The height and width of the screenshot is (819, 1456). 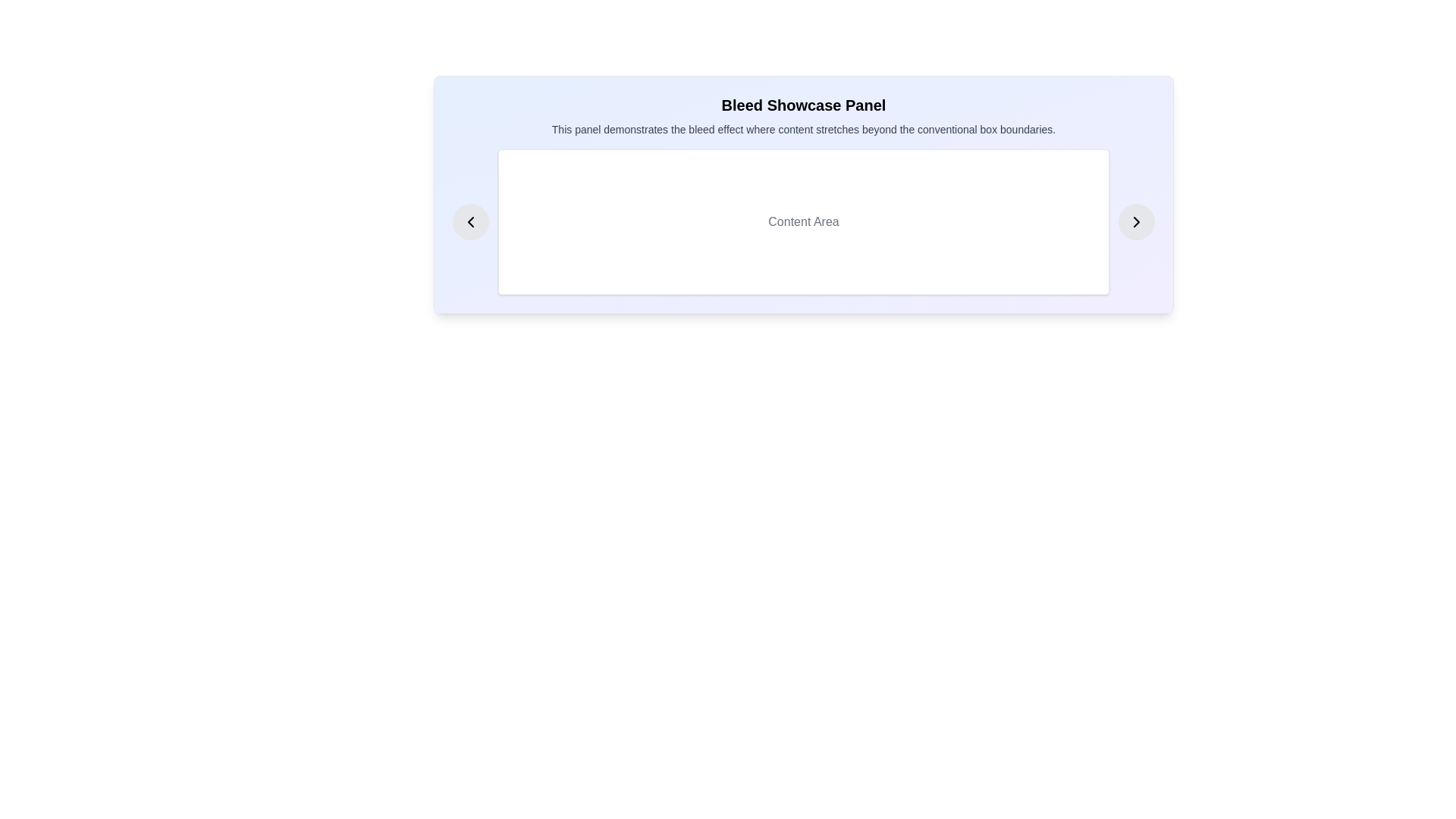 I want to click on the descriptive text block that explains the demonstration of the bleed effect, located below the title 'Bleed Showcase Panel' and above the 'Content Area.', so click(x=803, y=128).